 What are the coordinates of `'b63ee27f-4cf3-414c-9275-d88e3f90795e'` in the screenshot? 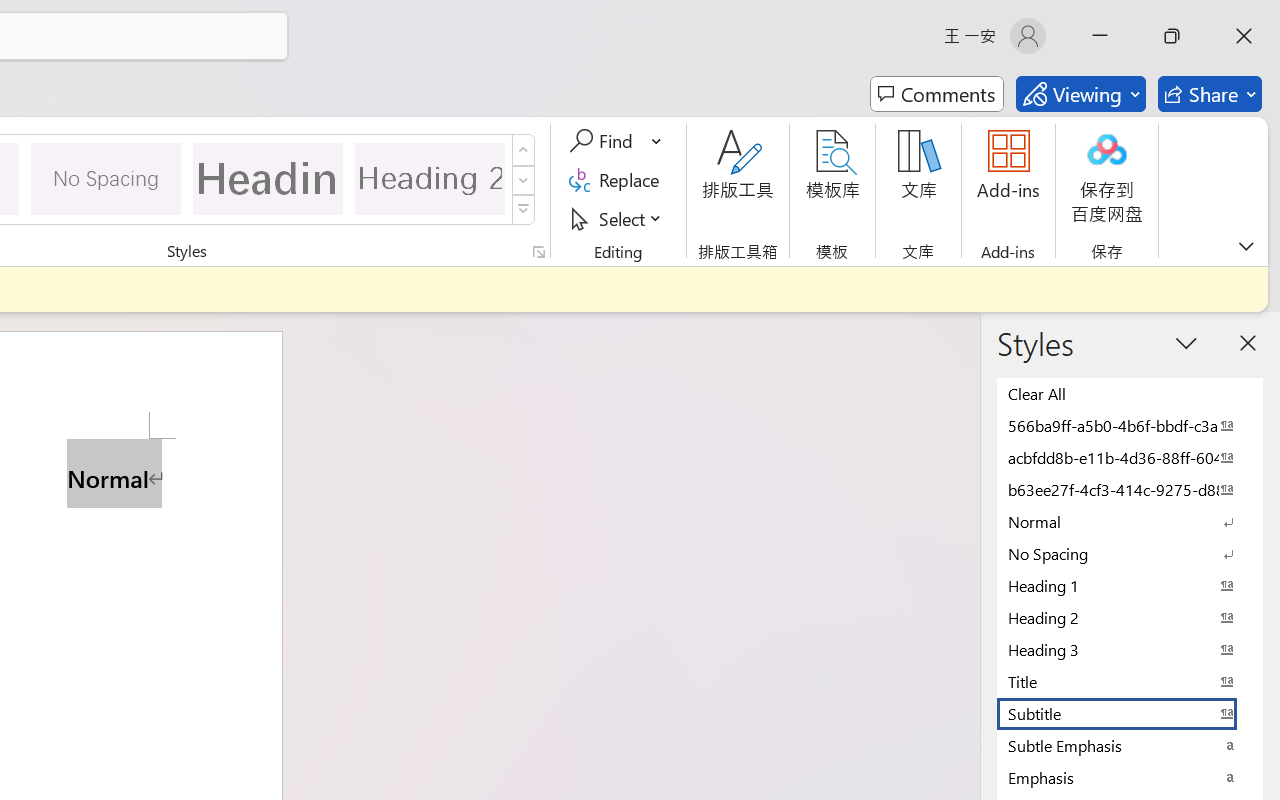 It's located at (1130, 489).